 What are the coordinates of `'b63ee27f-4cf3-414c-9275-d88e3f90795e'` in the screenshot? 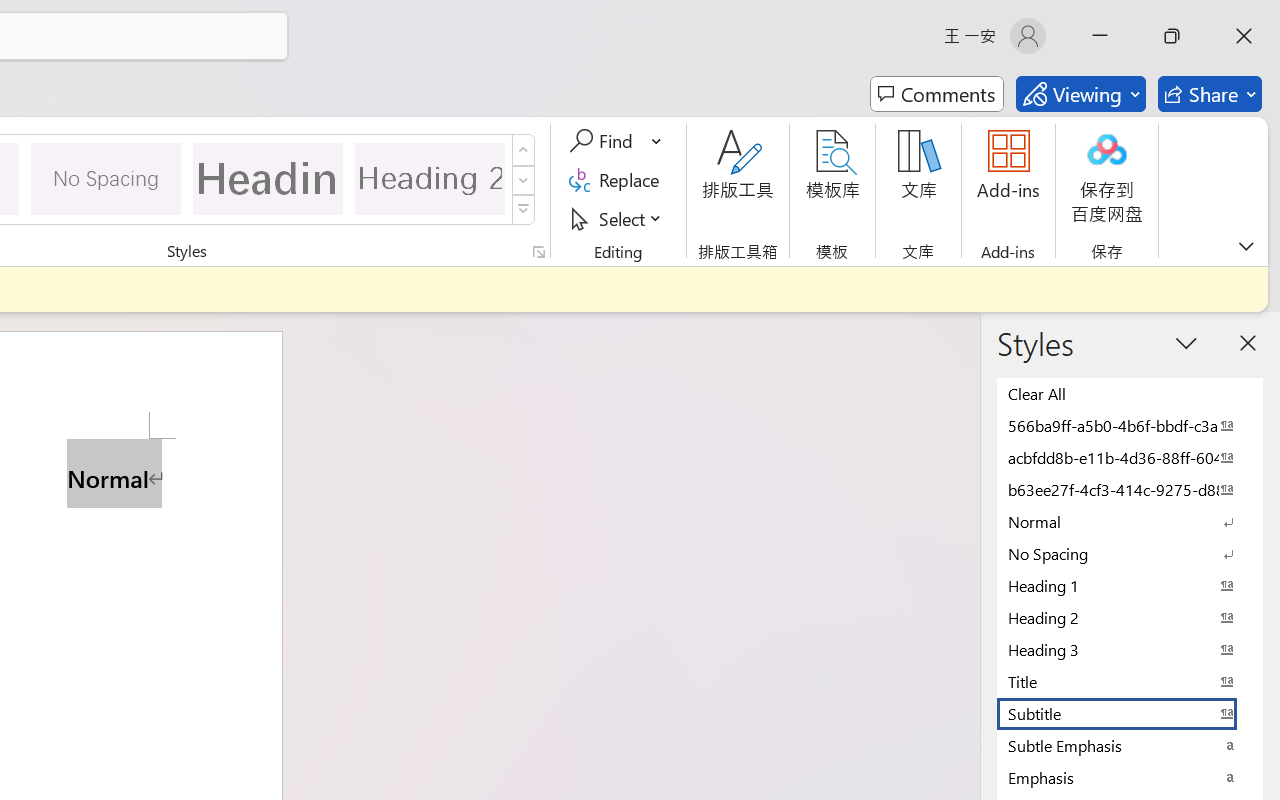 It's located at (1130, 489).